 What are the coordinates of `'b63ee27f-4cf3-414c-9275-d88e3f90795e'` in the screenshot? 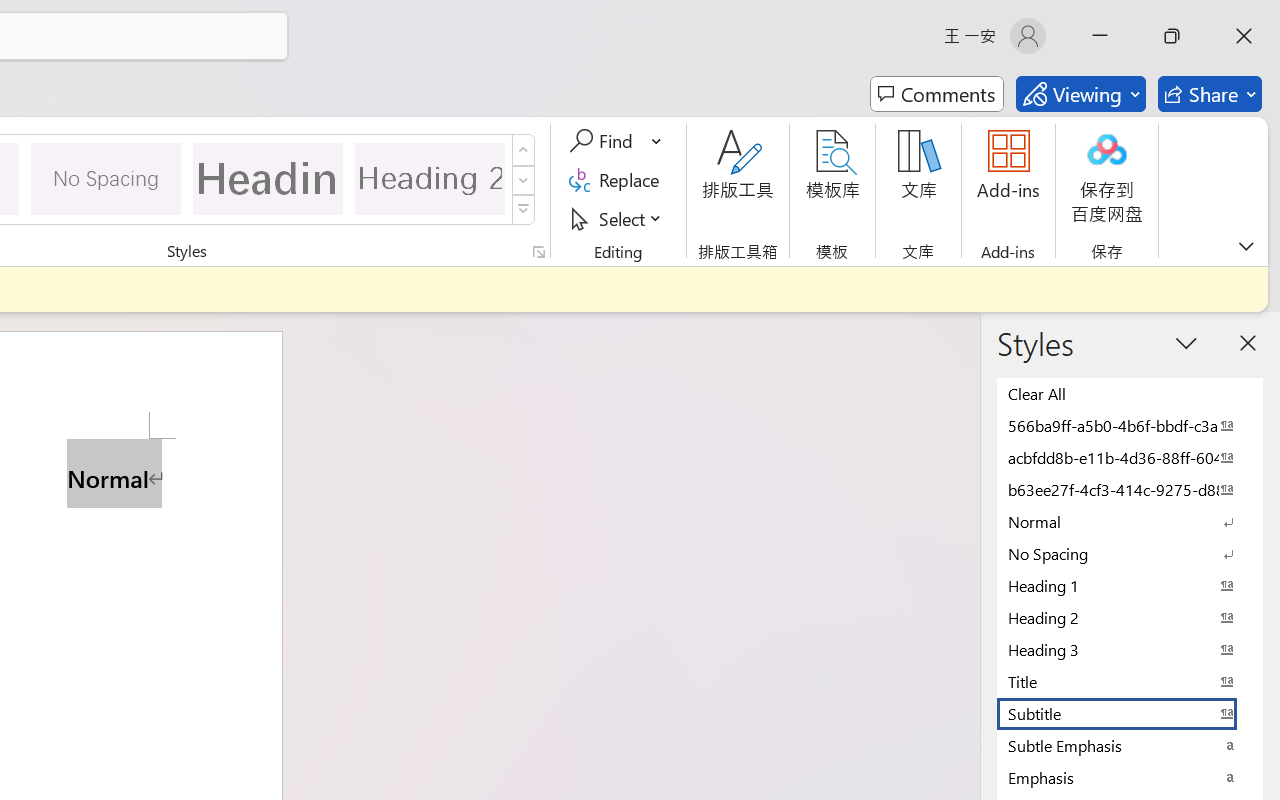 It's located at (1130, 489).